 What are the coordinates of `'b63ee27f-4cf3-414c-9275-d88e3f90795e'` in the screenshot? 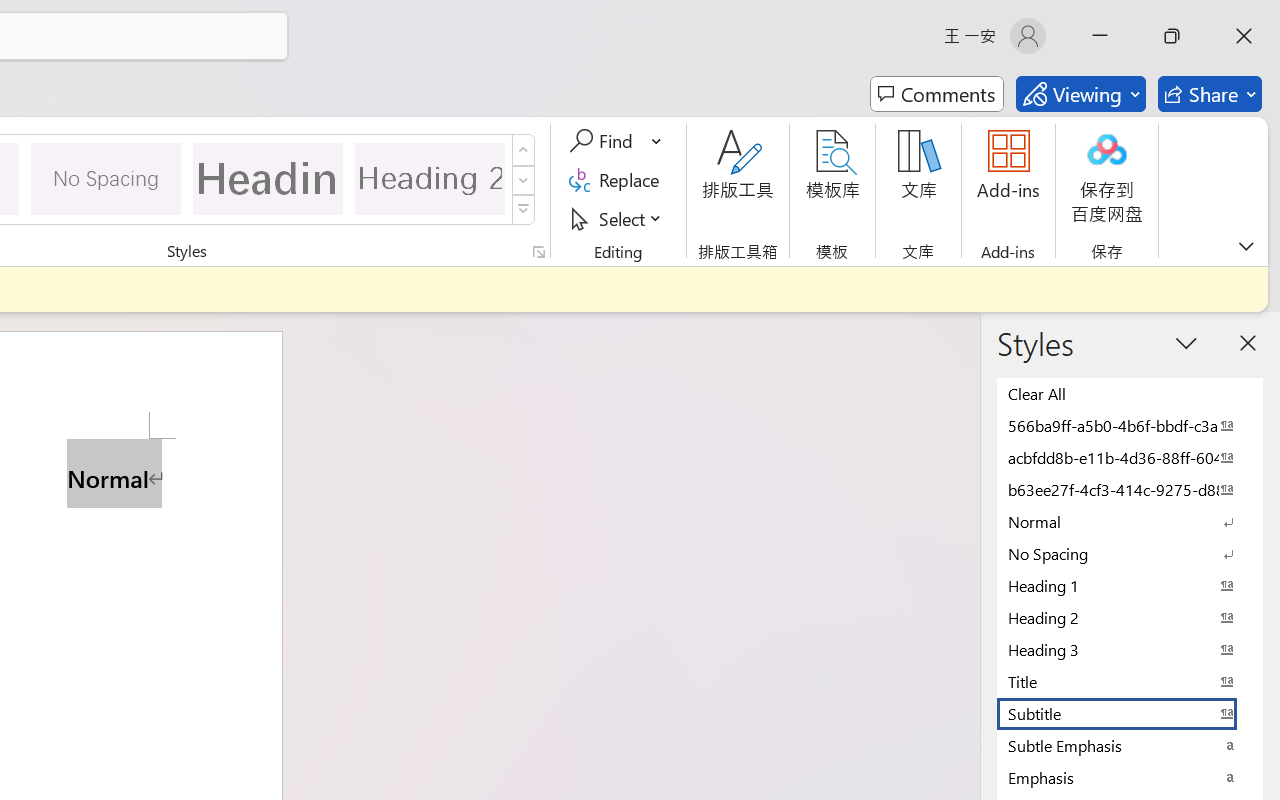 It's located at (1130, 489).